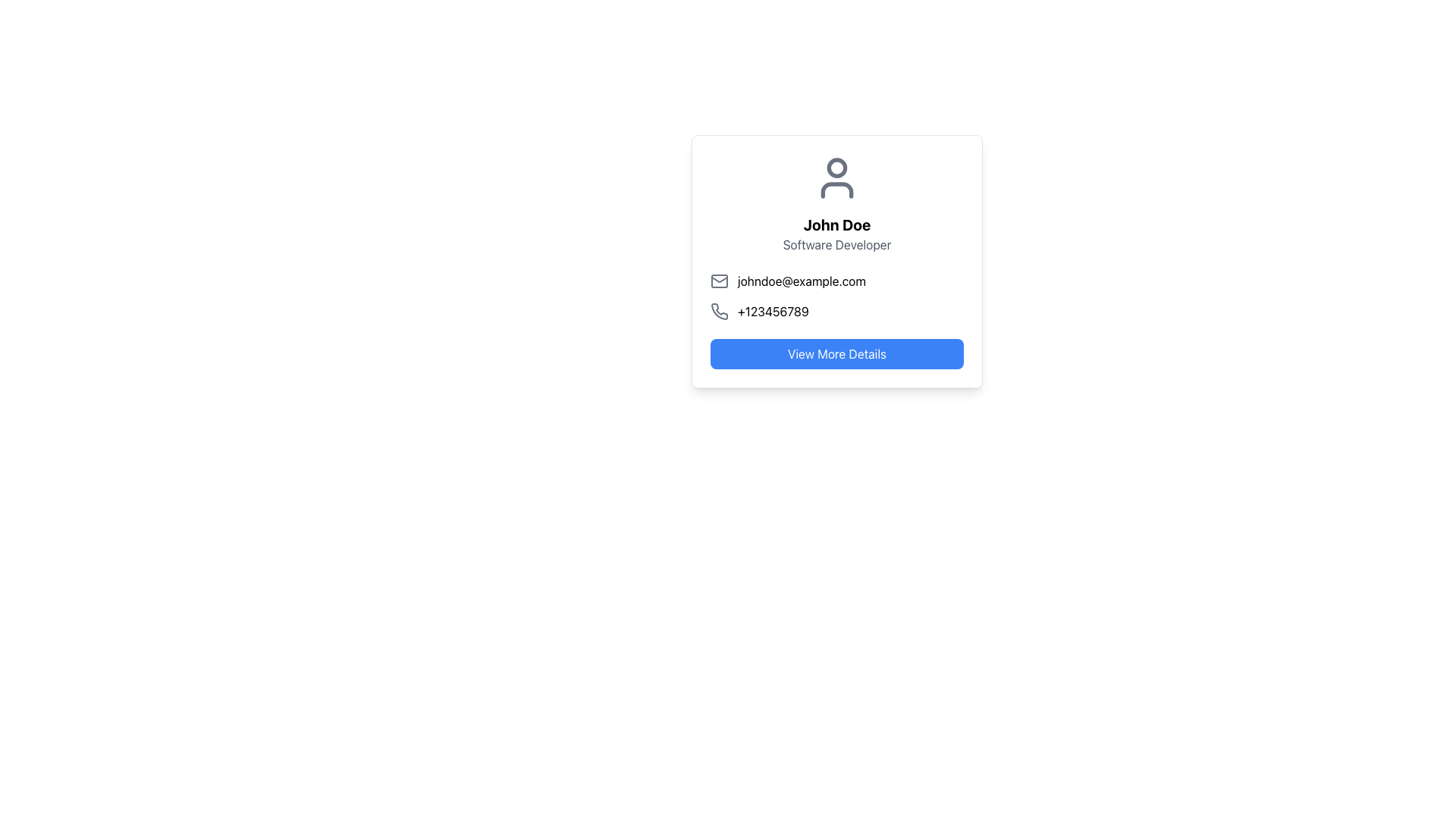  What do you see at coordinates (773, 311) in the screenshot?
I see `the phone number '+123456789' displayed in the profile card, which is located to the right of the telephone icon` at bounding box center [773, 311].